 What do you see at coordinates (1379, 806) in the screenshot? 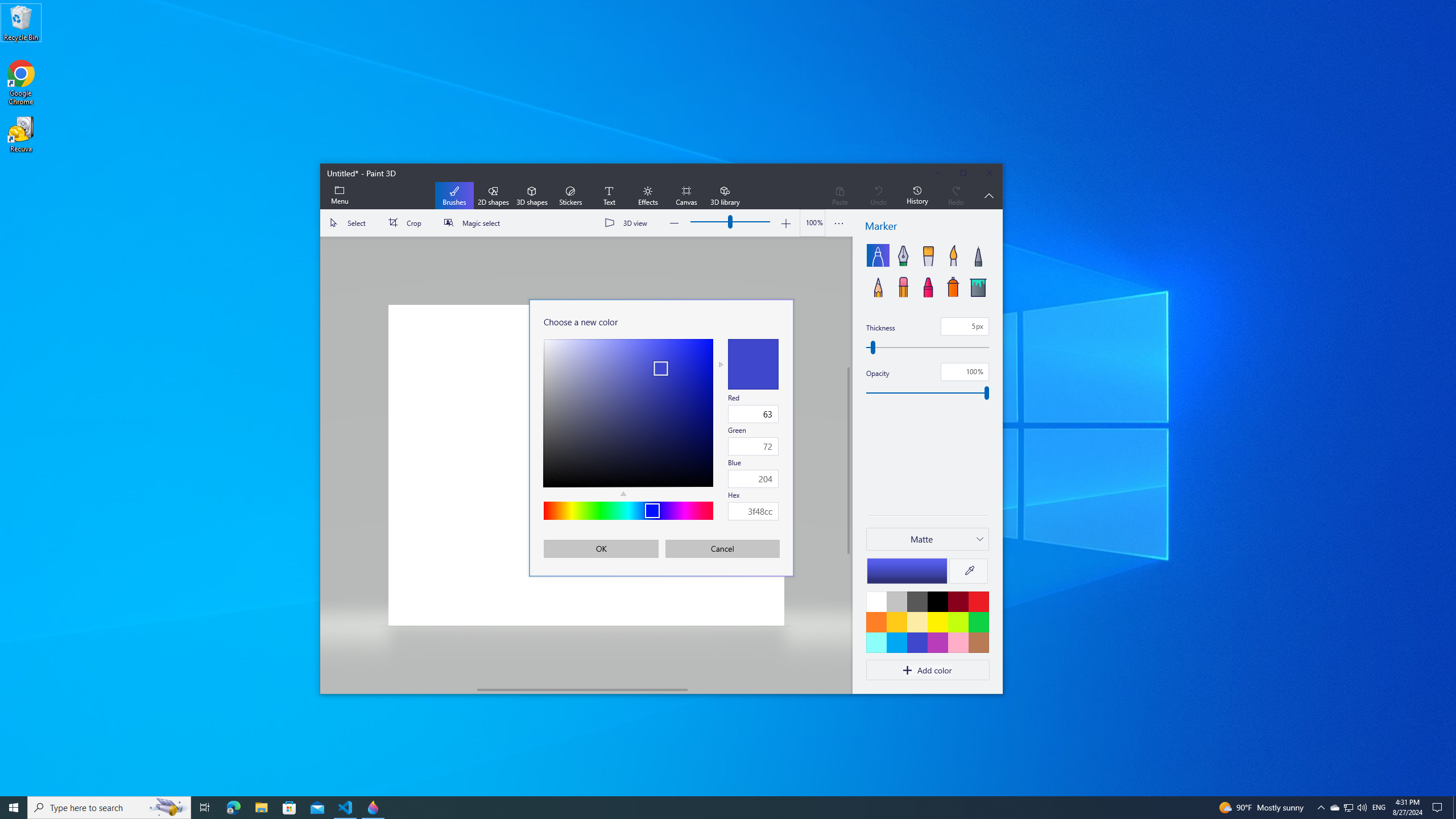
I see `'Tray Input Indicator - English (United States)'` at bounding box center [1379, 806].